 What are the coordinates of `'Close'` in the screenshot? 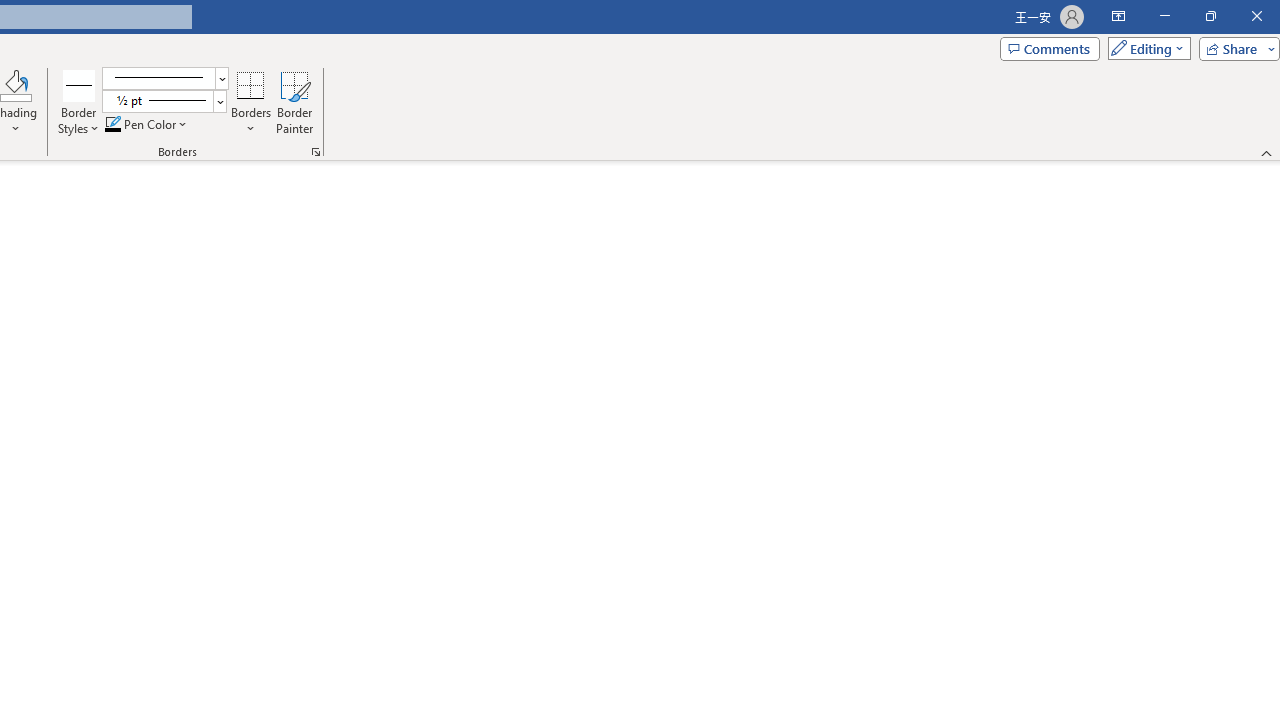 It's located at (1255, 16).